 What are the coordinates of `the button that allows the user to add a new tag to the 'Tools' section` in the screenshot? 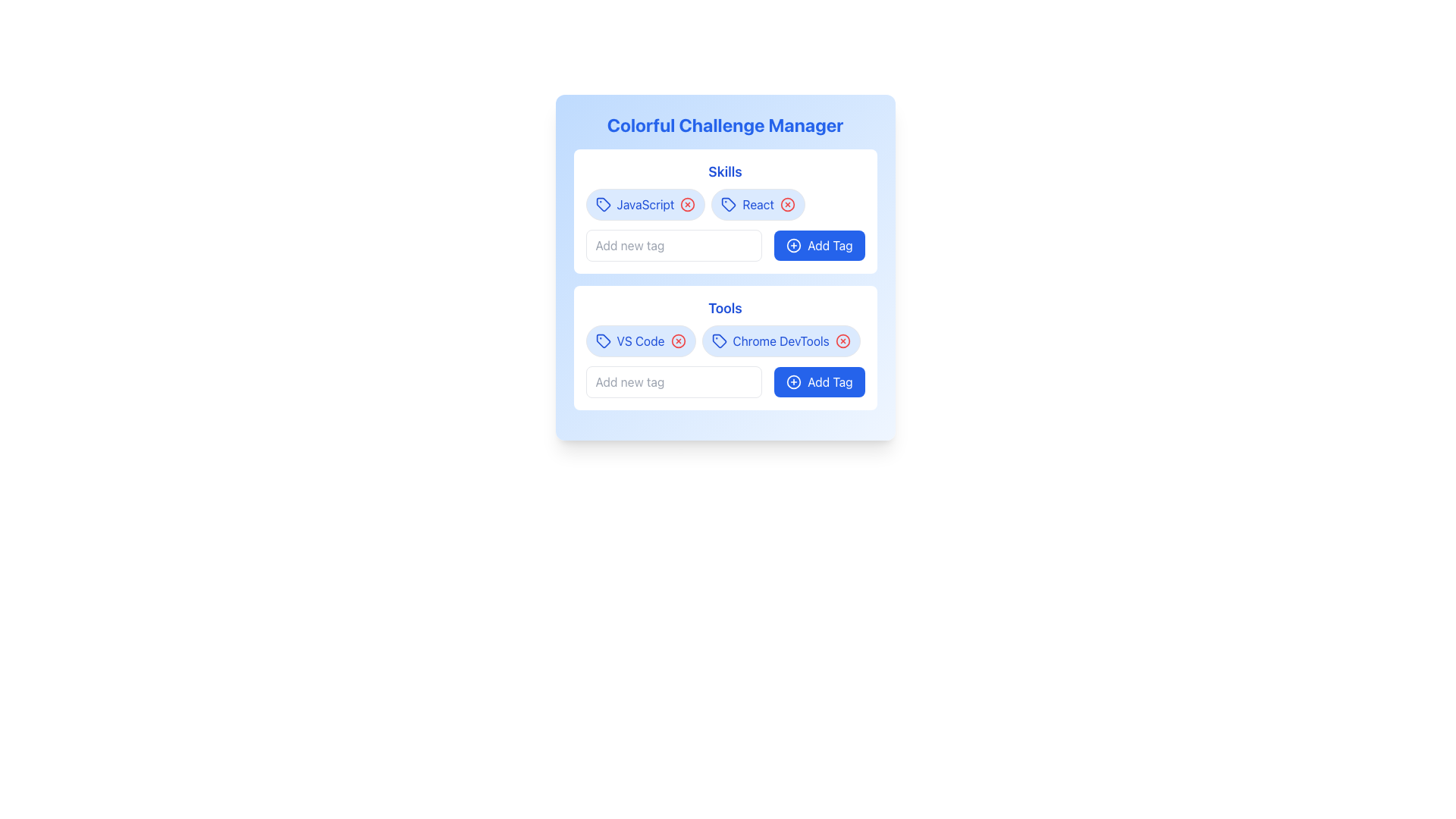 It's located at (818, 381).